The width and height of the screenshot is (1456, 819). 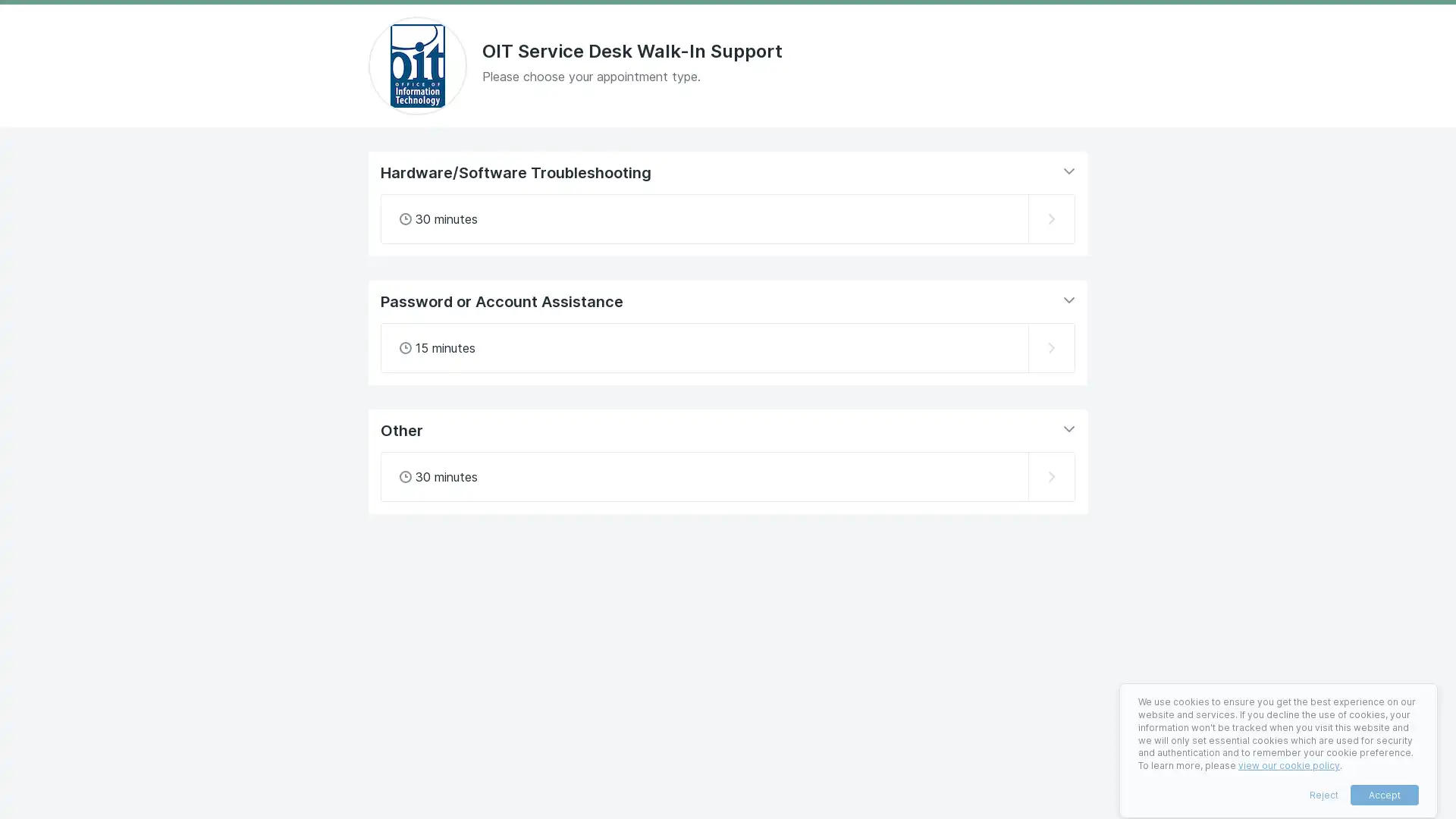 What do you see at coordinates (728, 475) in the screenshot?
I see `Select Other` at bounding box center [728, 475].